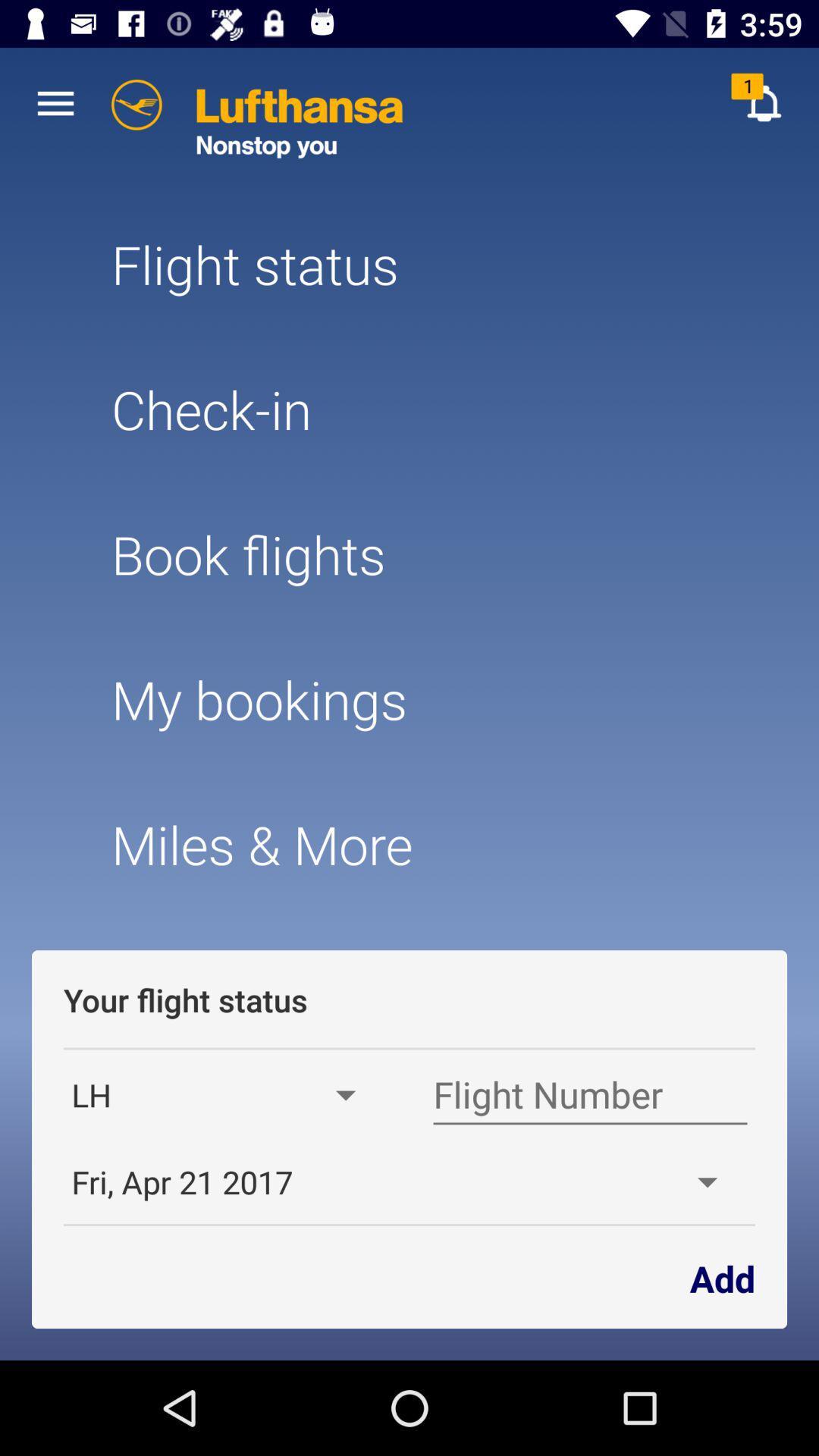 The width and height of the screenshot is (819, 1456). Describe the element at coordinates (409, 409) in the screenshot. I see `item below flight status item` at that location.